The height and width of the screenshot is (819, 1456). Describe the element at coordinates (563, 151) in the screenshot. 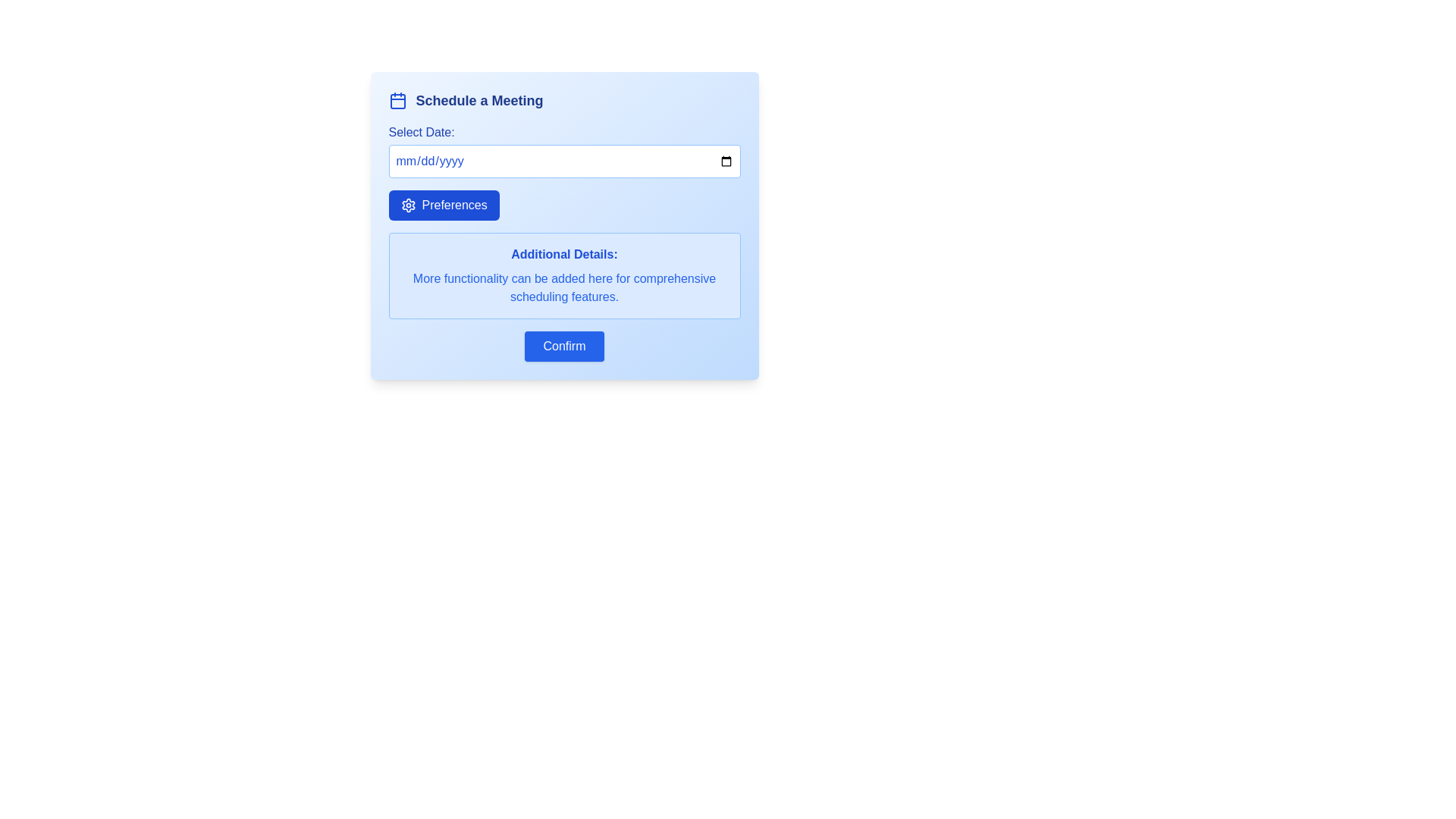

I see `the Date Picker Input Field located below the title 'Schedule a Meeting' and above the 'Preferences' button` at that location.